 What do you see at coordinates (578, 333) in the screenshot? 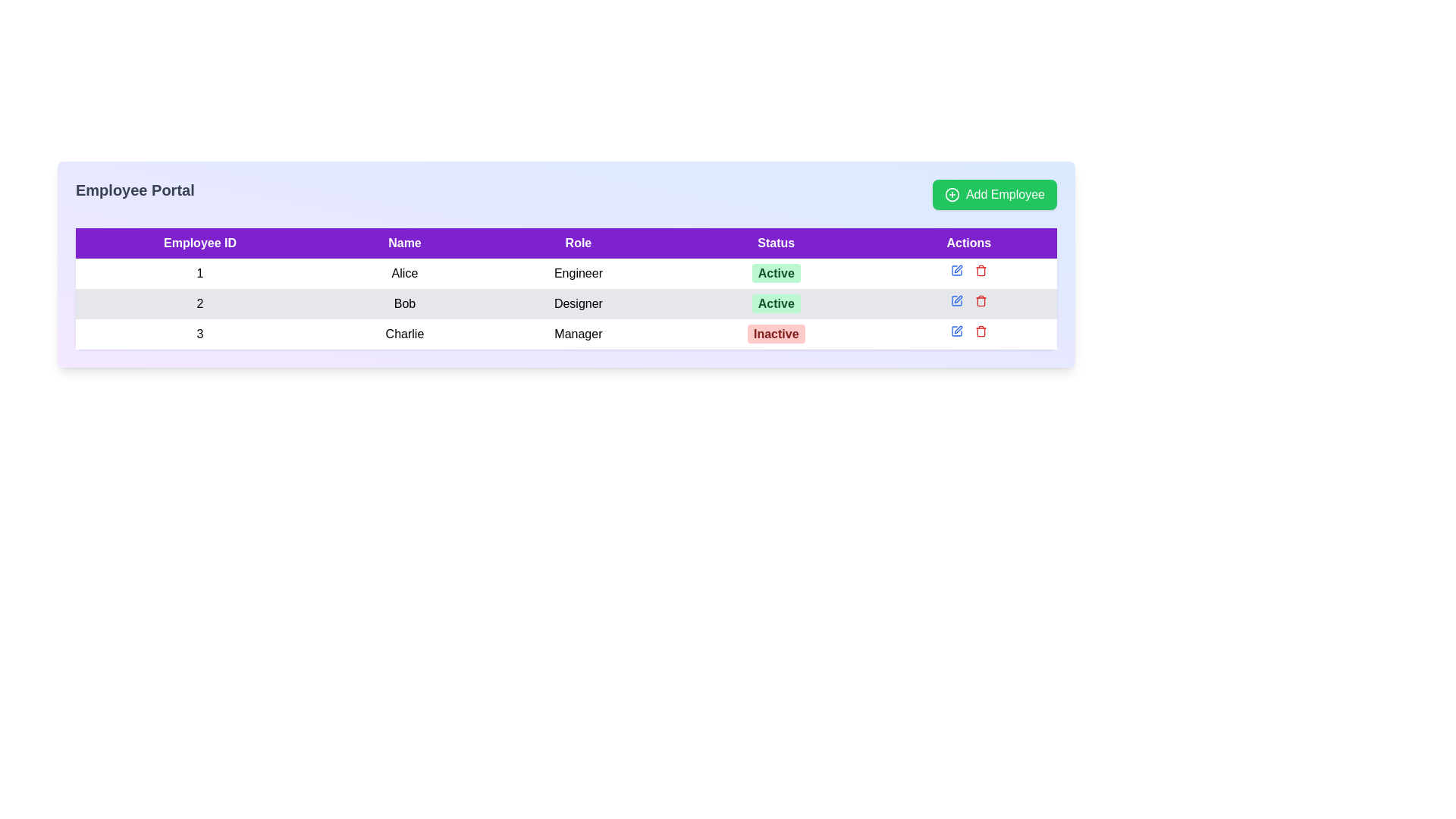
I see `the 'Role' text label for 'Charlie' in the third row of the table to indicate the job title associated with this individual` at bounding box center [578, 333].